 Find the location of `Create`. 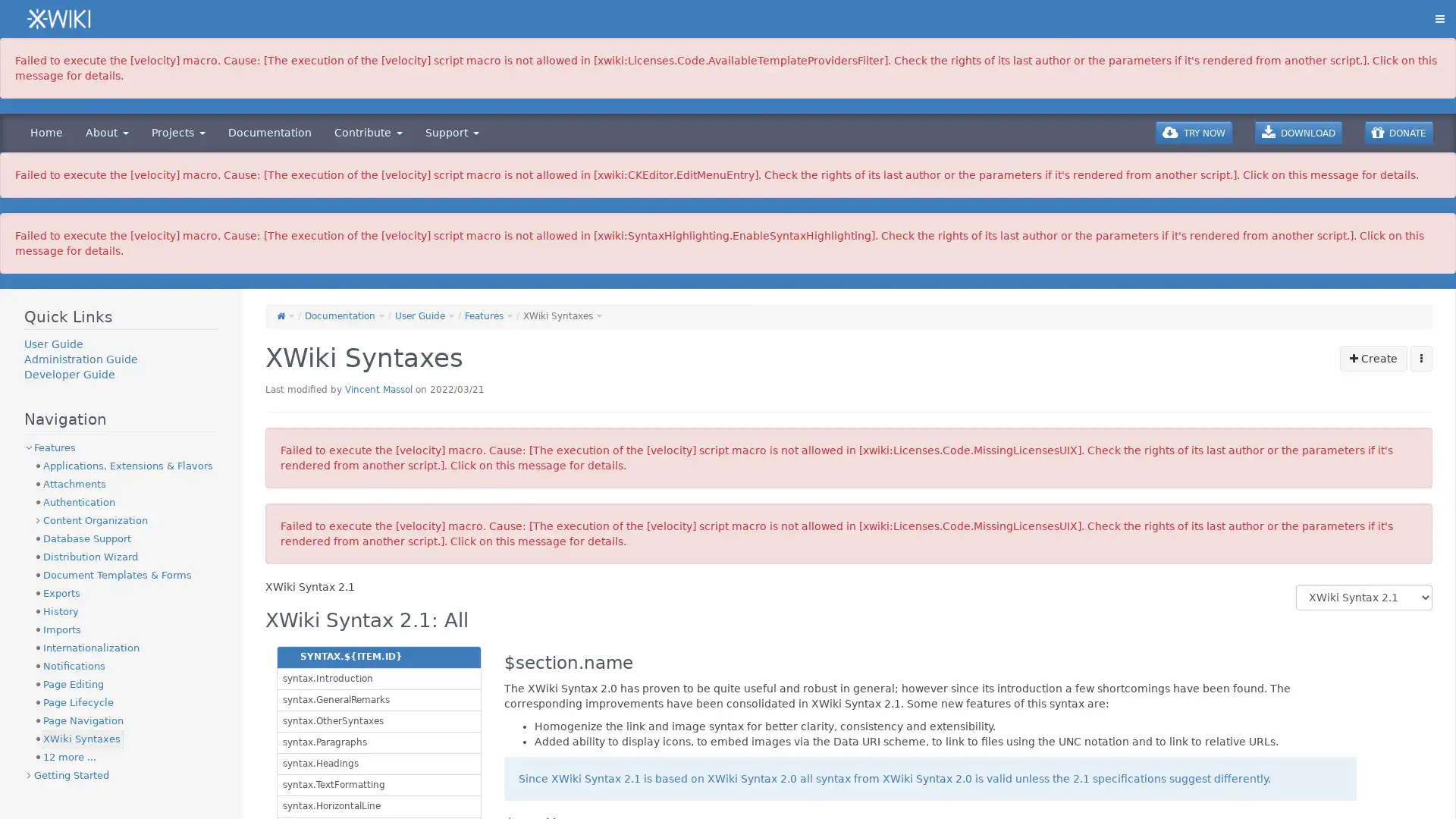

Create is located at coordinates (1373, 359).